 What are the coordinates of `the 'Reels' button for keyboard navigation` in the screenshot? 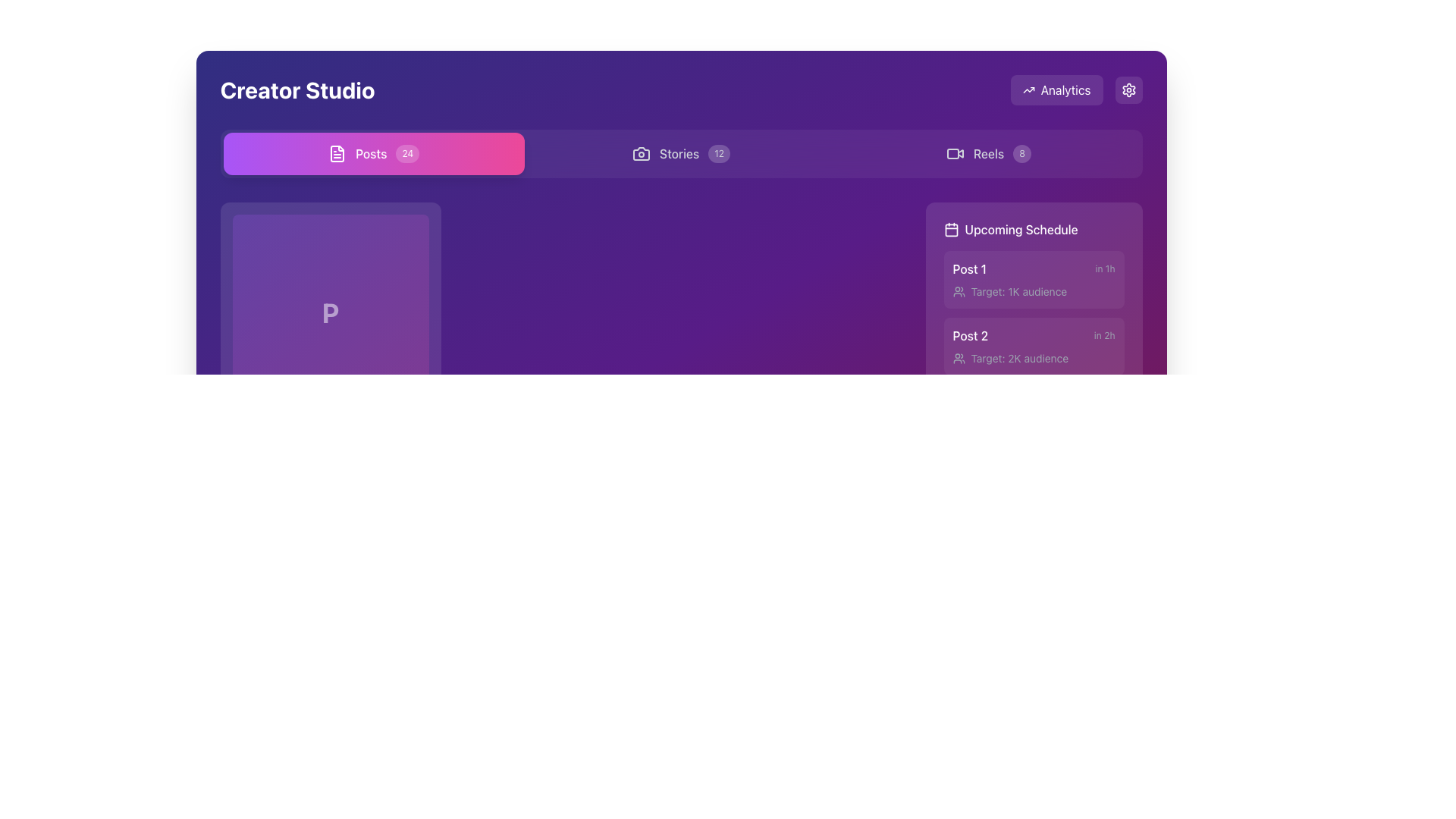 It's located at (988, 154).